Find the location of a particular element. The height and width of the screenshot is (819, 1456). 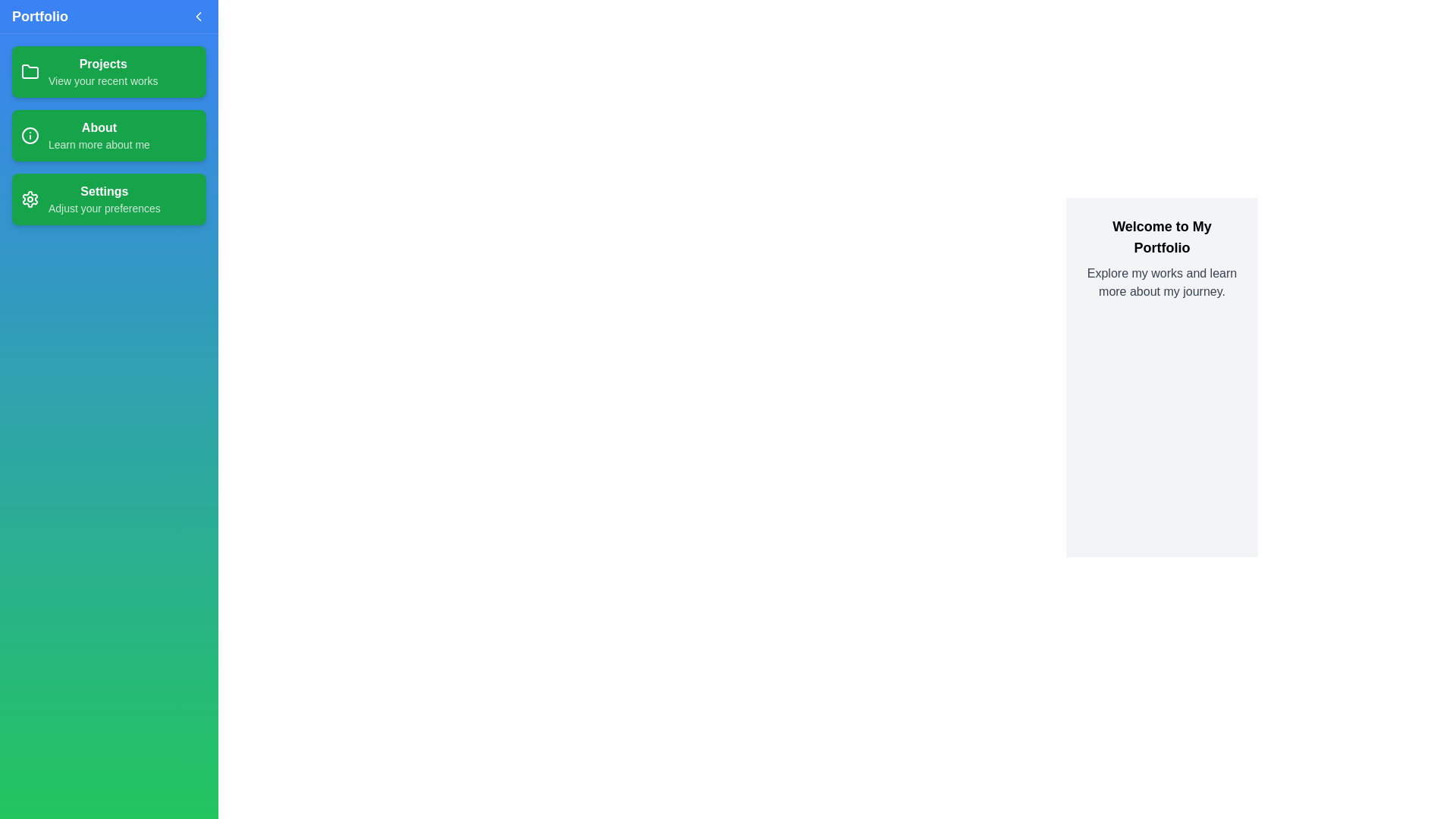

the section labeled 'Settings' to observe its hover effect is located at coordinates (108, 198).